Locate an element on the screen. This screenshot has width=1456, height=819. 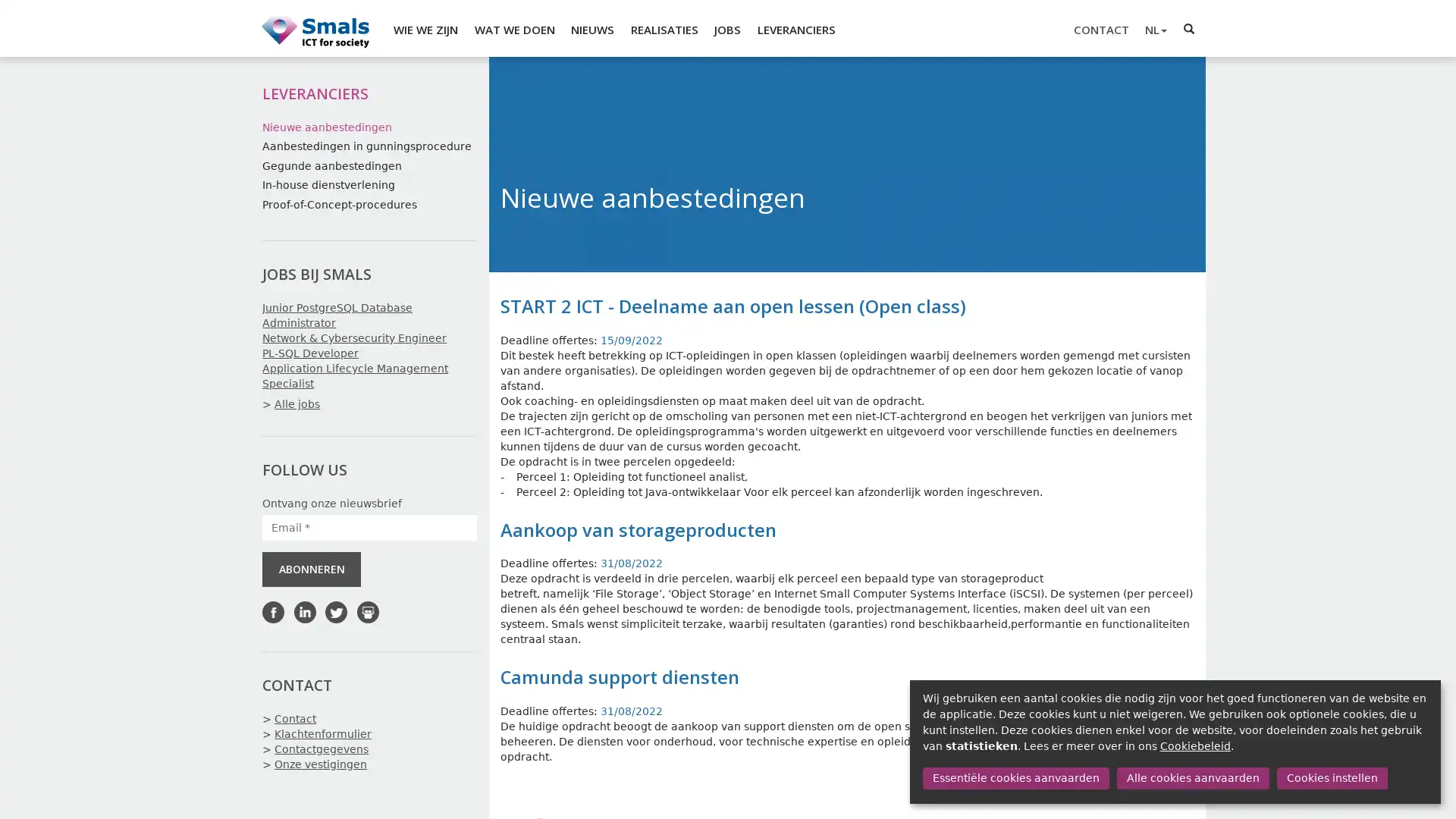
Essentiele cookies aanvaarden is located at coordinates (1015, 778).